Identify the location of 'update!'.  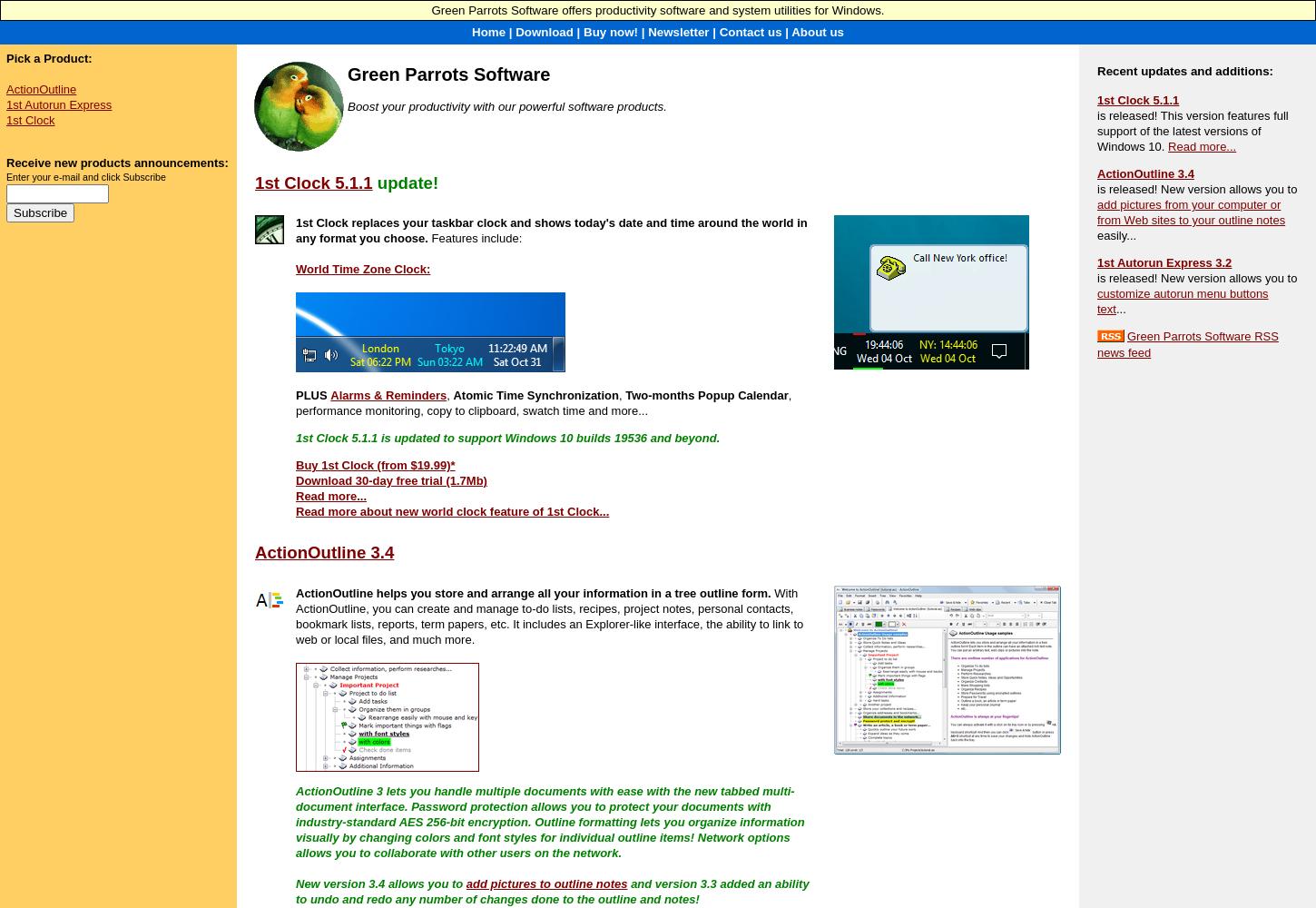
(407, 181).